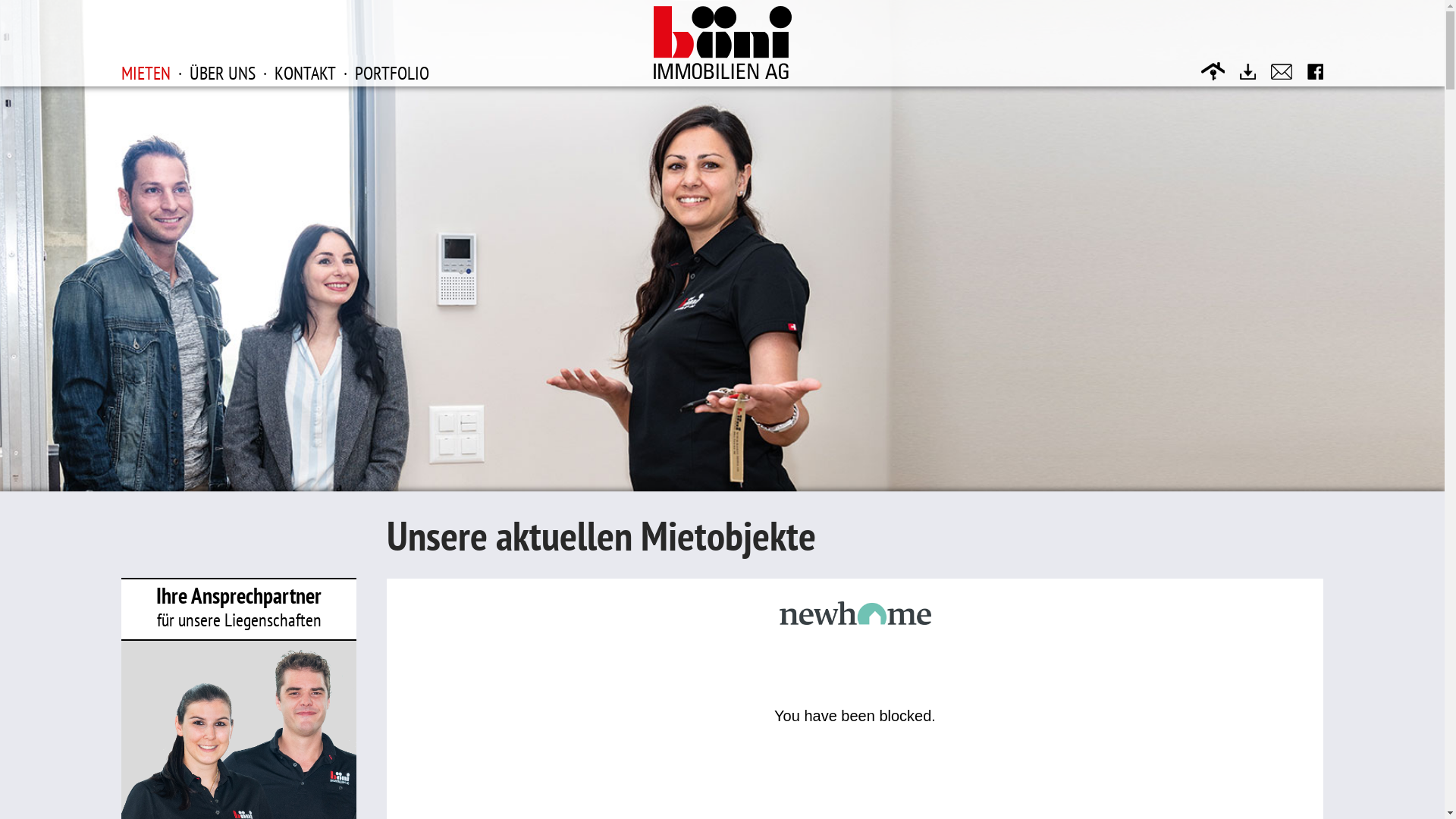 The height and width of the screenshot is (819, 1456). What do you see at coordinates (146, 72) in the screenshot?
I see `'MIETEN'` at bounding box center [146, 72].